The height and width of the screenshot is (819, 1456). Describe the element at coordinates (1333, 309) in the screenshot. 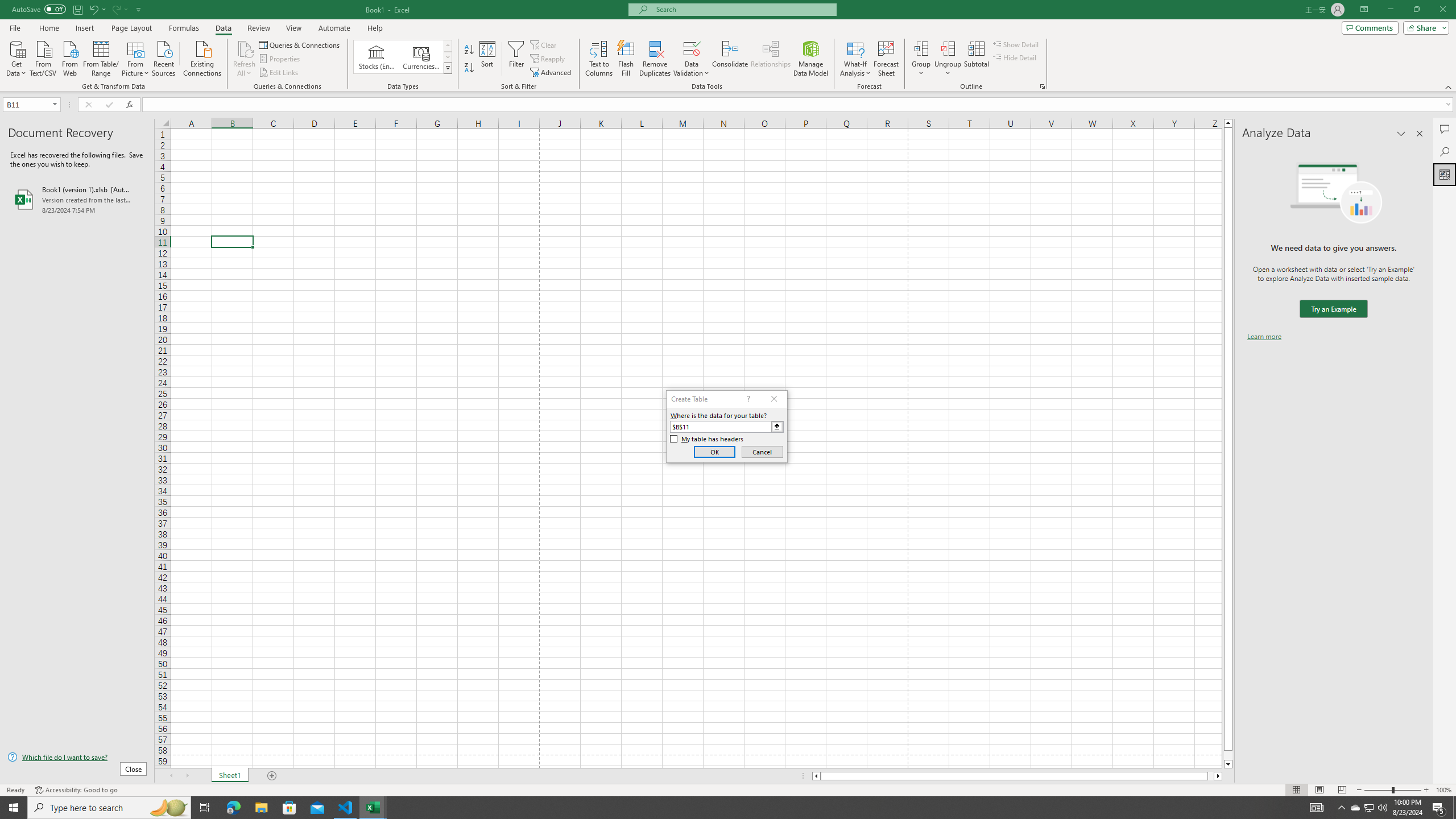

I see `'We need data to give you answers. Try an Example'` at that location.